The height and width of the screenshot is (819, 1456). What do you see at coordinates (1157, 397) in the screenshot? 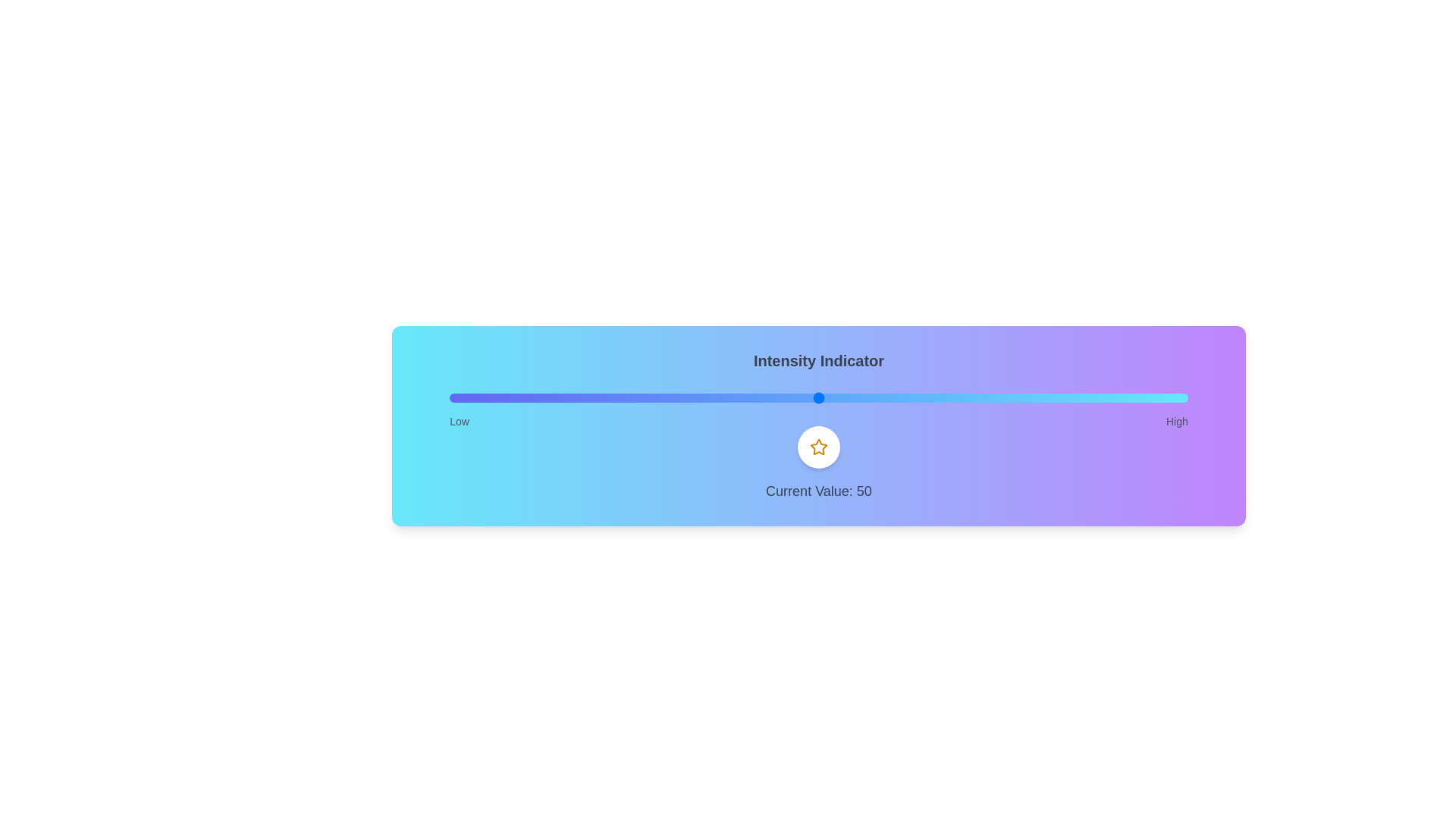
I see `the slider to a specific value, 96, to observe the icon's behavior` at bounding box center [1157, 397].